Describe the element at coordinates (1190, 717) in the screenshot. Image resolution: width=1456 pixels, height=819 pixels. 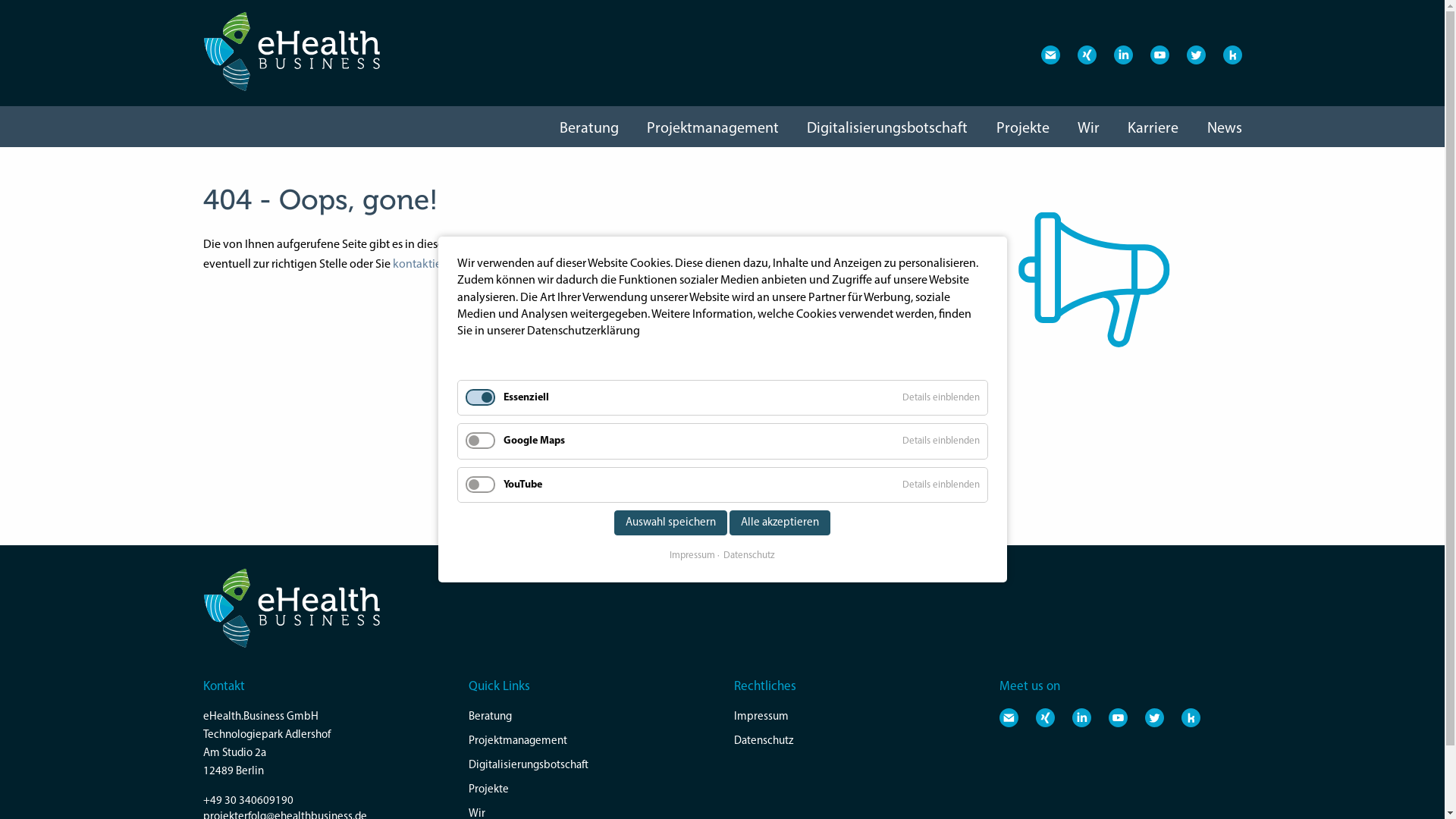
I see `'Besuchen Sie uns auf Kununu'` at that location.